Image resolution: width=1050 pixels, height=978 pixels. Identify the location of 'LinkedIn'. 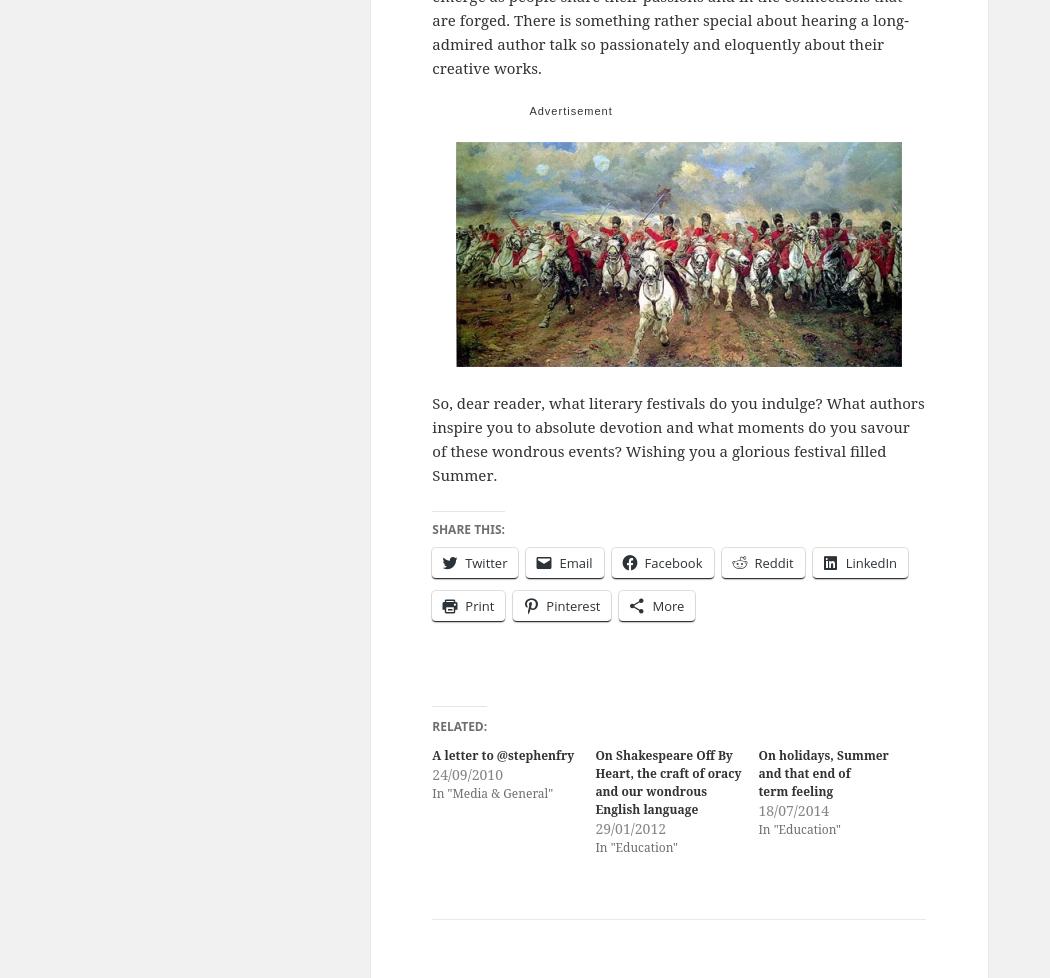
(869, 561).